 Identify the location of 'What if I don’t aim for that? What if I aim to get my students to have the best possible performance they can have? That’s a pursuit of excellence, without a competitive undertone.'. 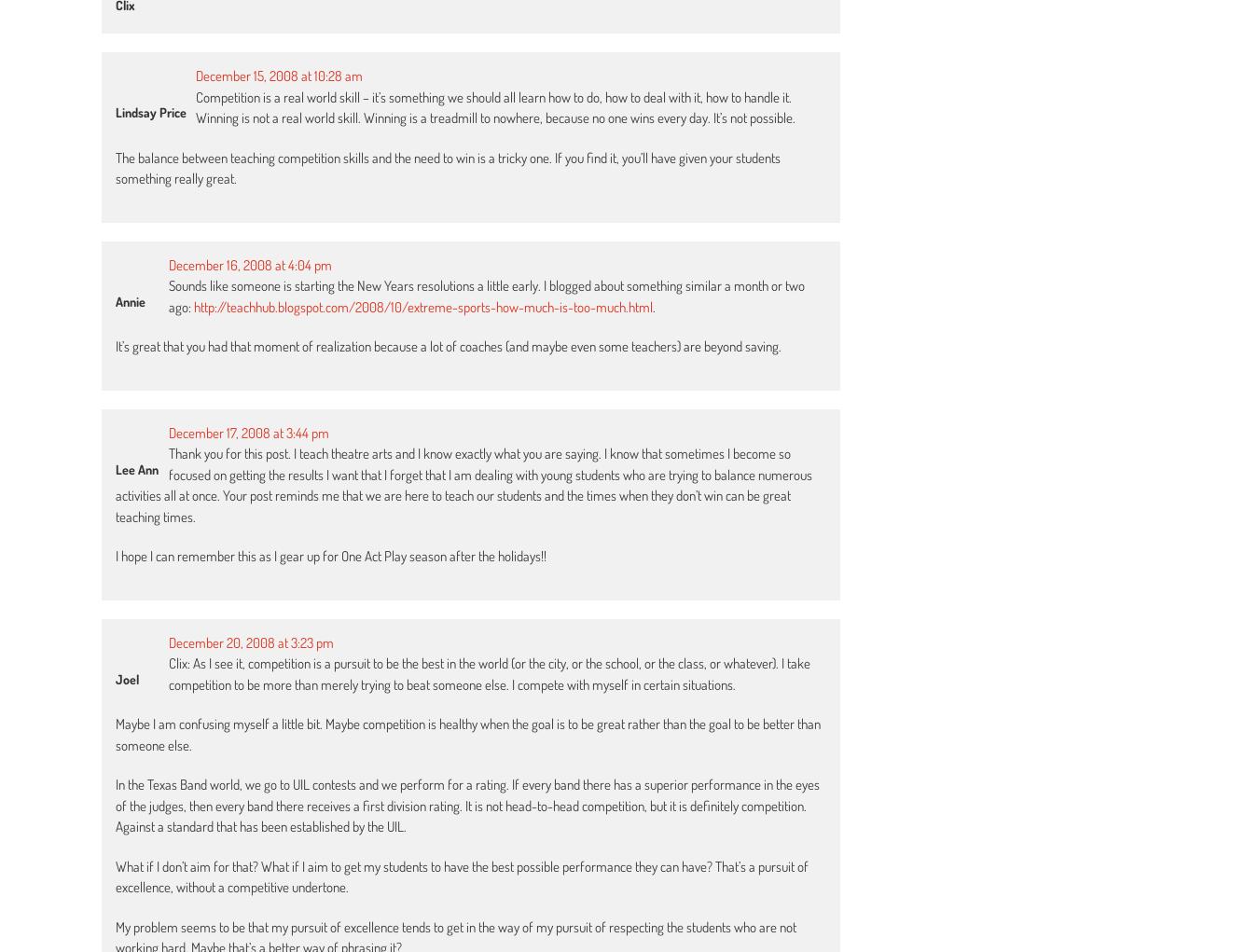
(116, 876).